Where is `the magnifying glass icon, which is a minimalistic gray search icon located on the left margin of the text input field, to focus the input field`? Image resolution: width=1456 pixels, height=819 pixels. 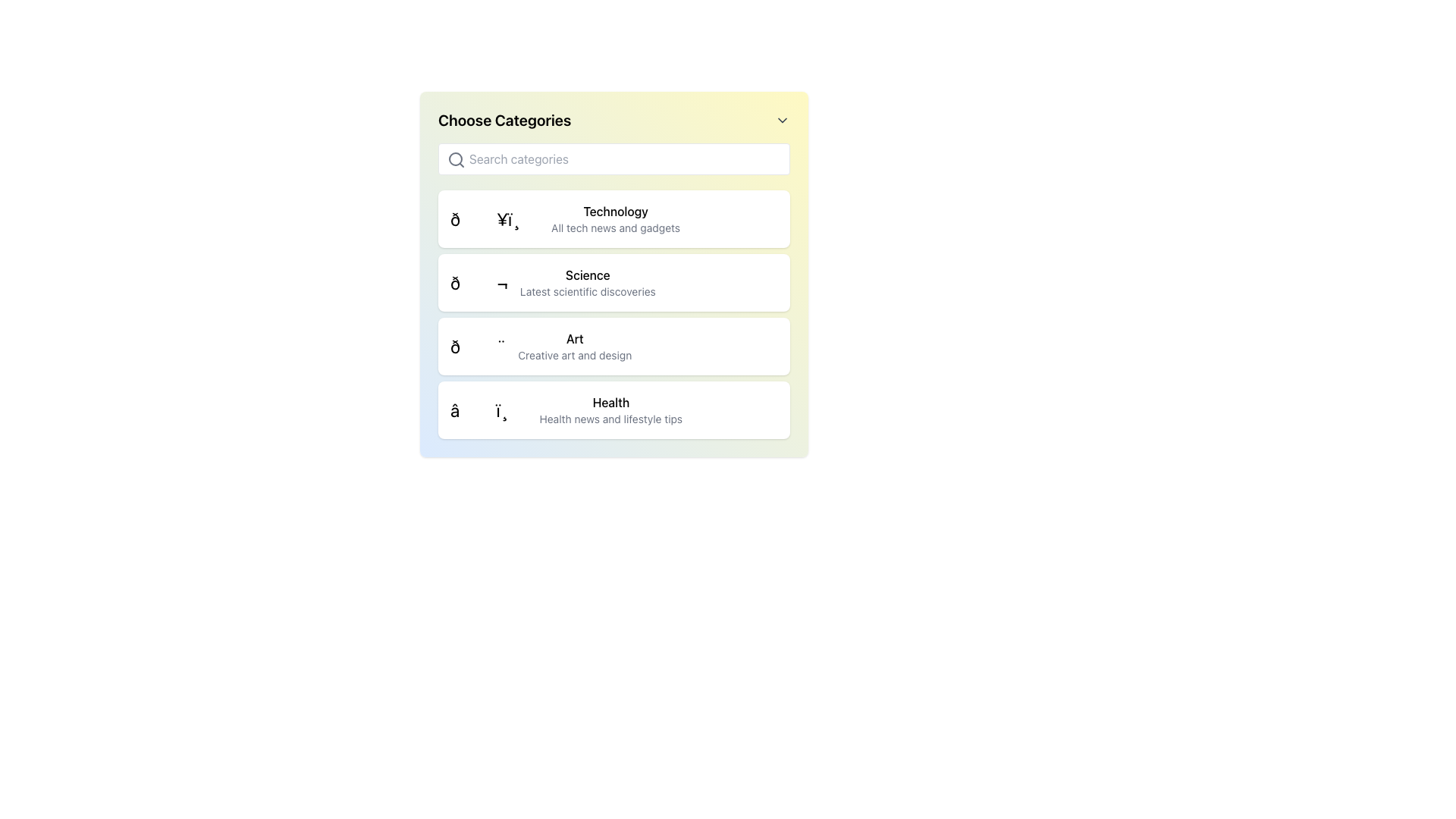
the magnifying glass icon, which is a minimalistic gray search icon located on the left margin of the text input field, to focus the input field is located at coordinates (455, 160).